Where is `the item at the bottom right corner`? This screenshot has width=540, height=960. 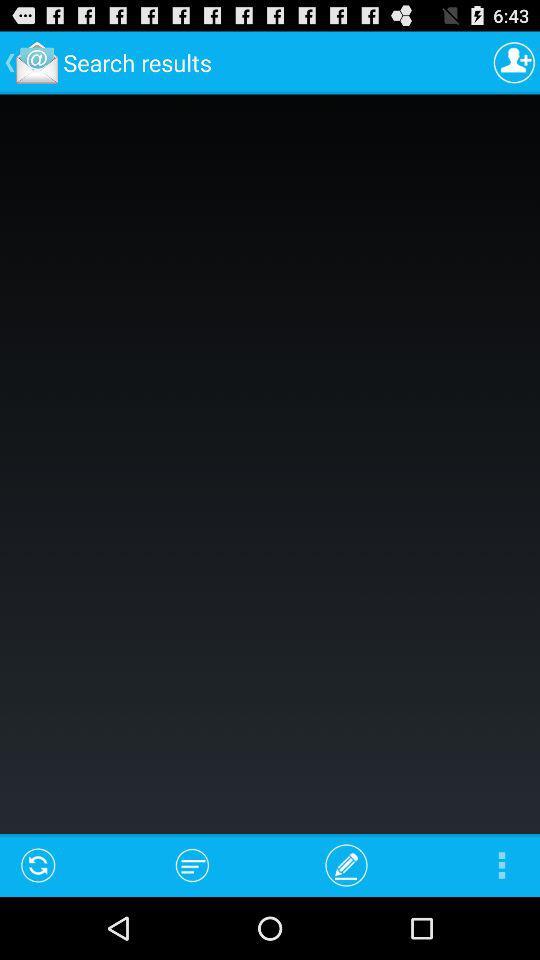
the item at the bottom right corner is located at coordinates (500, 864).